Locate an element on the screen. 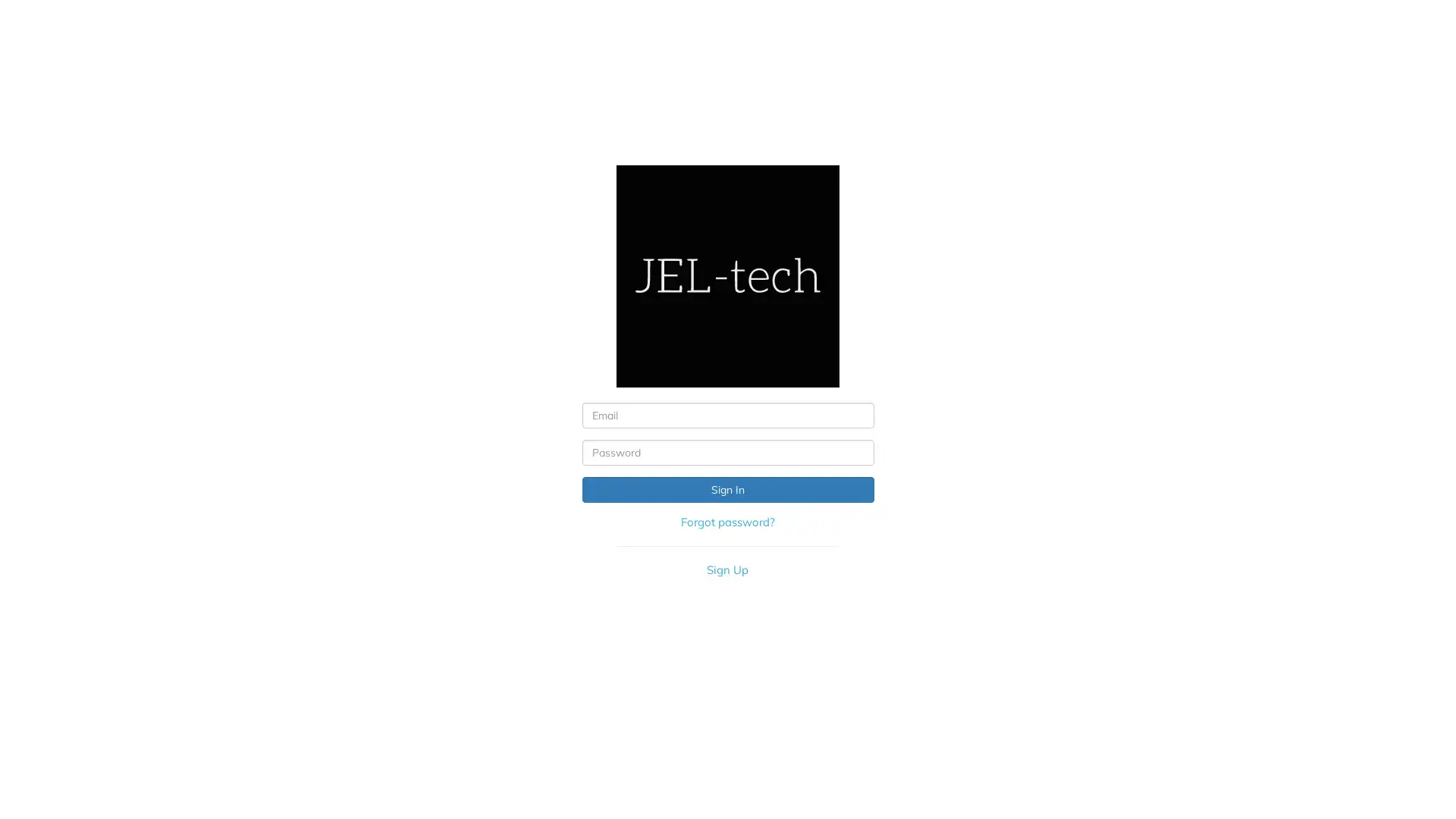 Image resolution: width=1456 pixels, height=819 pixels. Sign In is located at coordinates (726, 489).